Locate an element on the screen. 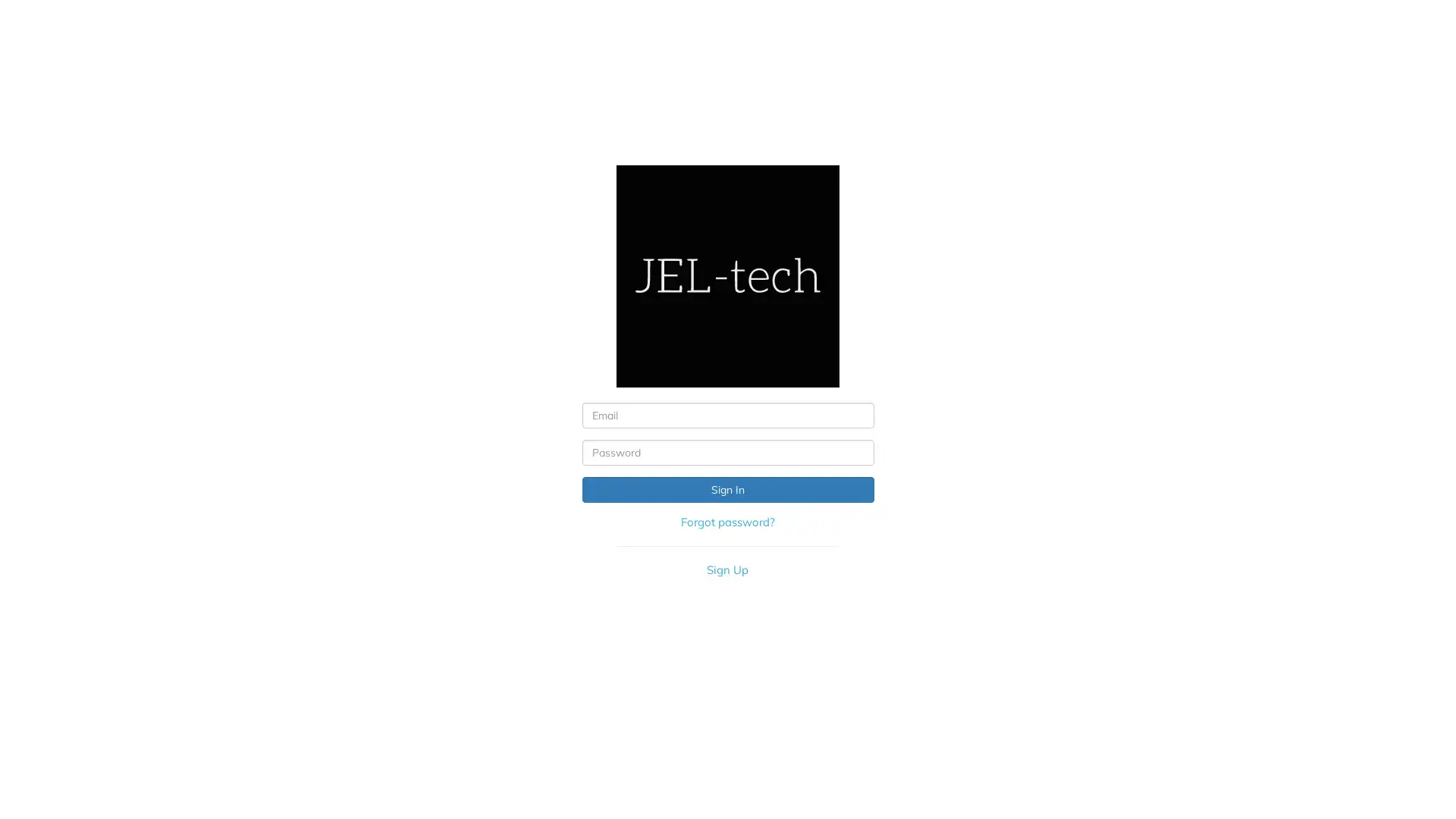 Image resolution: width=1456 pixels, height=819 pixels. Sign In is located at coordinates (726, 489).